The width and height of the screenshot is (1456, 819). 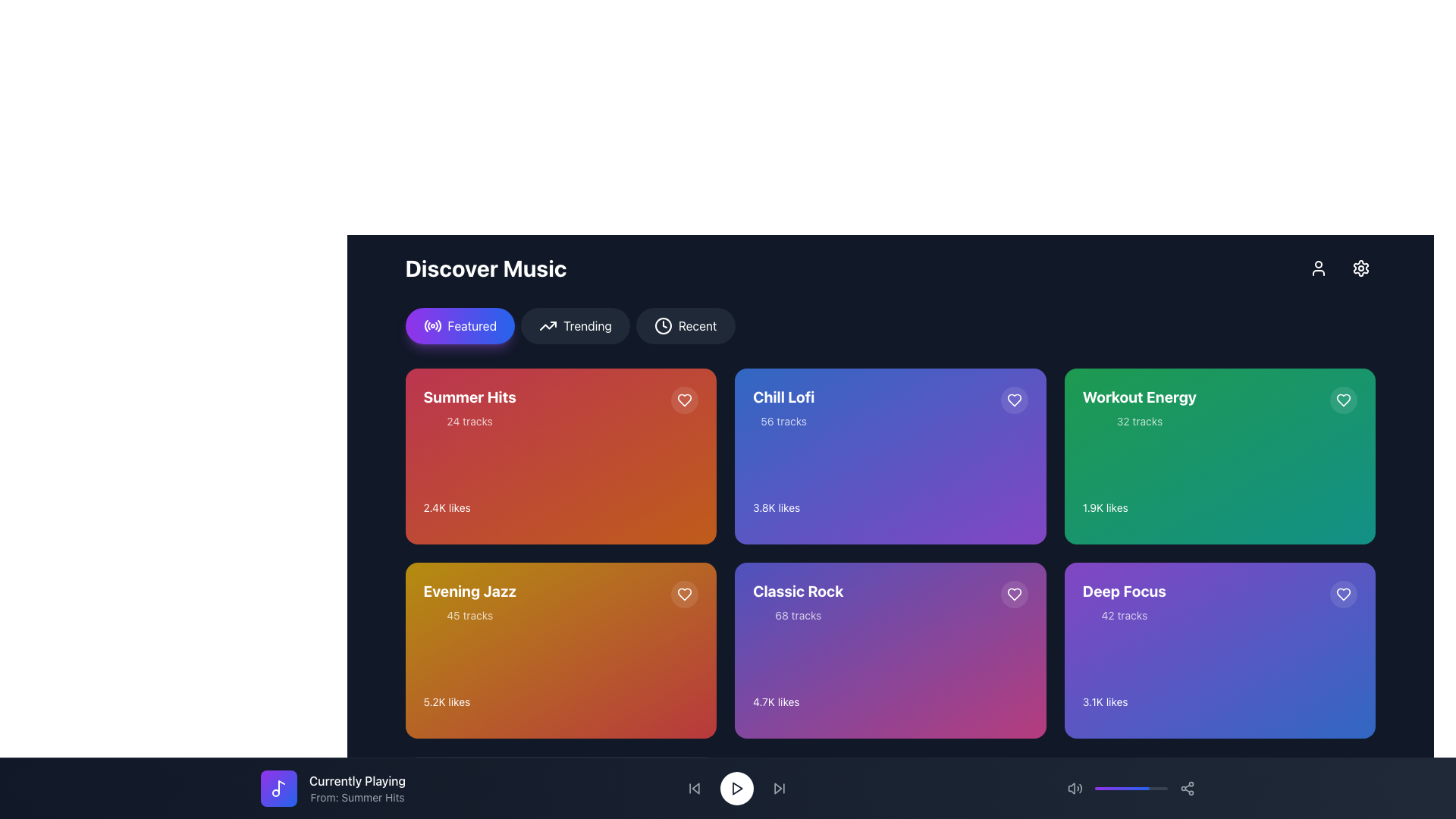 What do you see at coordinates (797, 590) in the screenshot?
I see `the bold 'Classic Rock' static text label located at the top of the purple gradient card in the bottom row, second column of the grid layout` at bounding box center [797, 590].